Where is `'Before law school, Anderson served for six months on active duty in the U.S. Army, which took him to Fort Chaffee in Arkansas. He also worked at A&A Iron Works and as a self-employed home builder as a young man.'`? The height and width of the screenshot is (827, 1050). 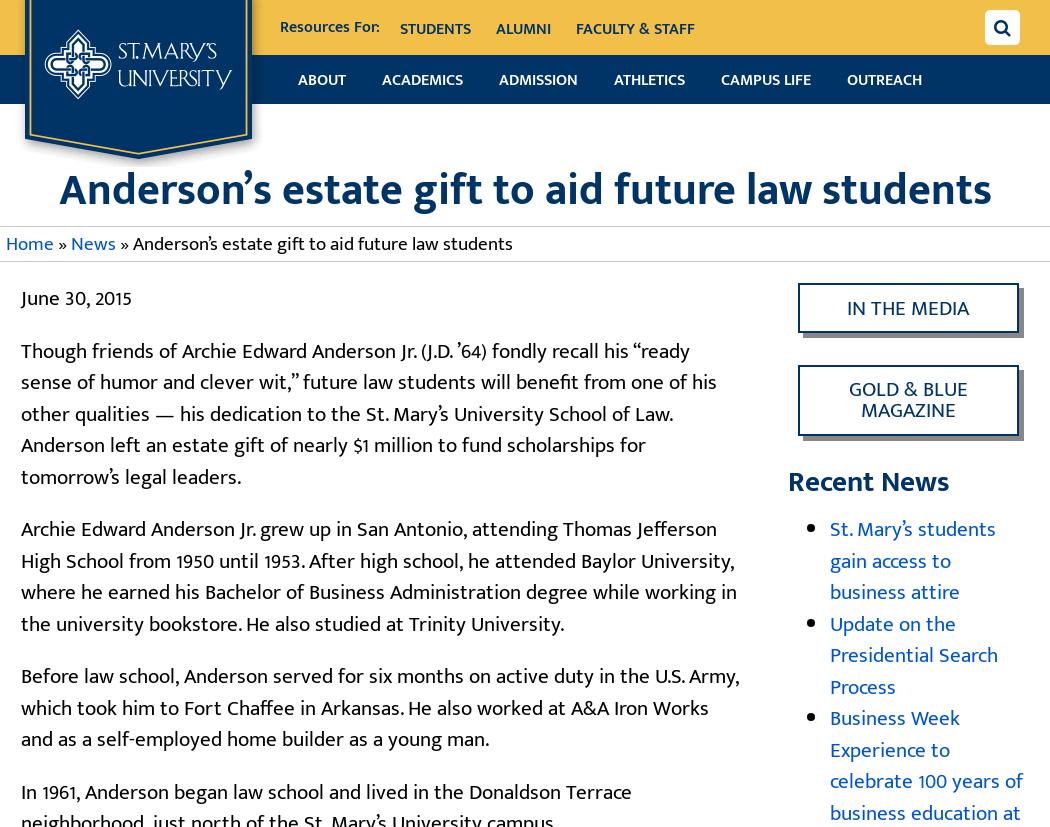
'Before law school, Anderson served for six months on active duty in the U.S. Army, which took him to Fort Chaffee in Arkansas. He also worked at A&A Iron Works and as a self-employed home builder as a young man.' is located at coordinates (379, 707).